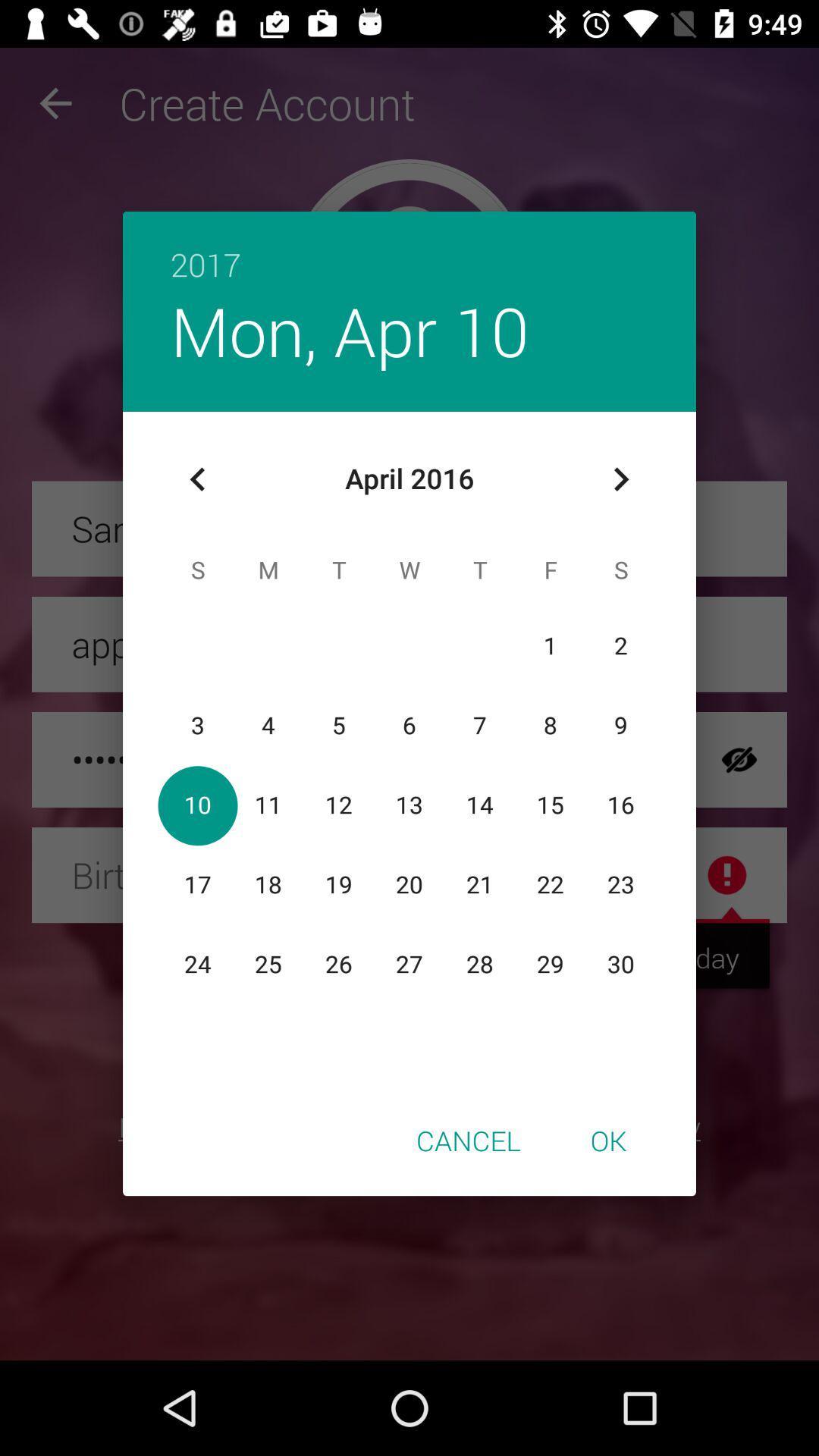 The height and width of the screenshot is (1456, 819). What do you see at coordinates (409, 249) in the screenshot?
I see `the item above mon, apr 10 icon` at bounding box center [409, 249].